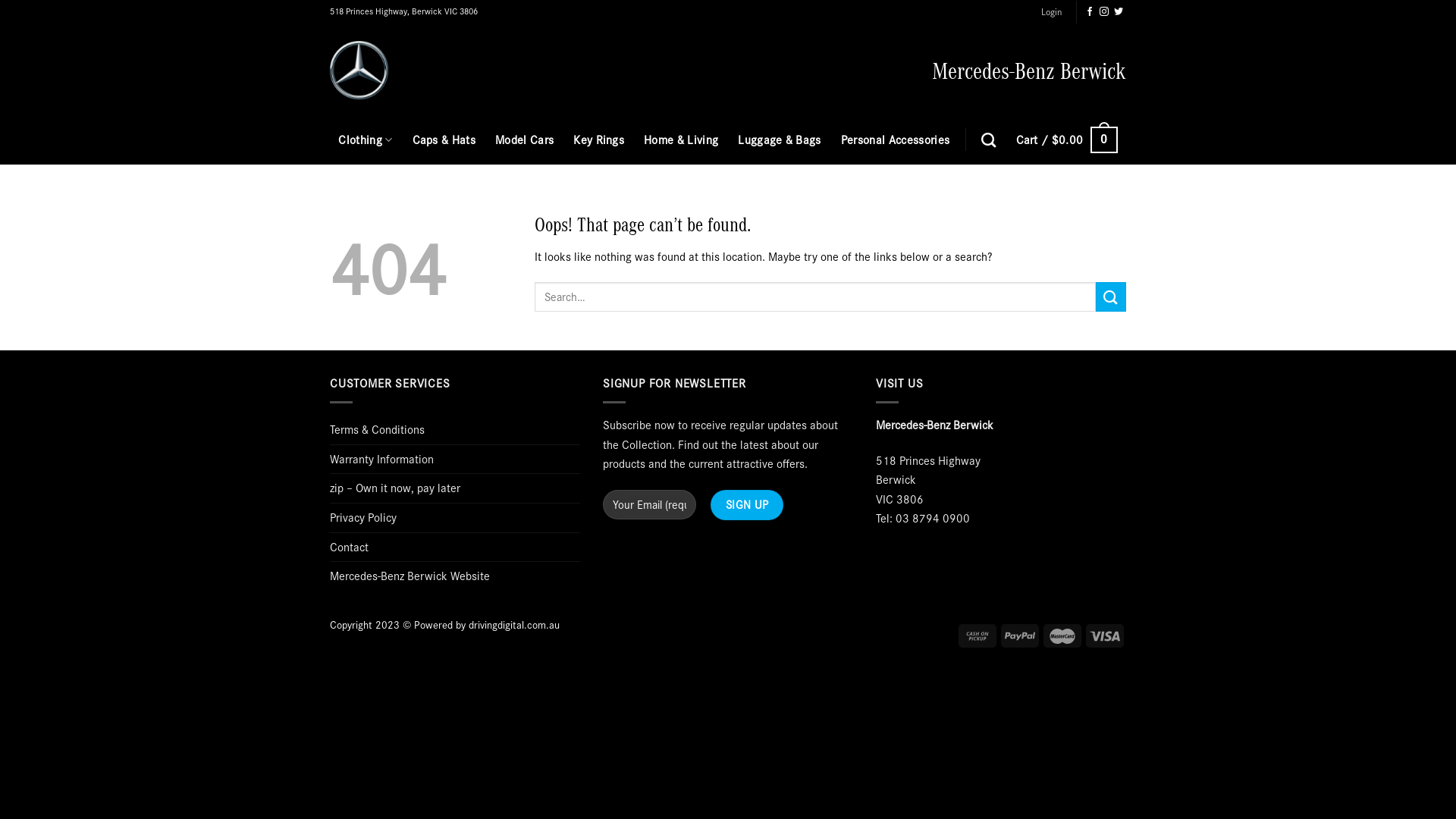  Describe the element at coordinates (572, 140) in the screenshot. I see `'Key Rings'` at that location.